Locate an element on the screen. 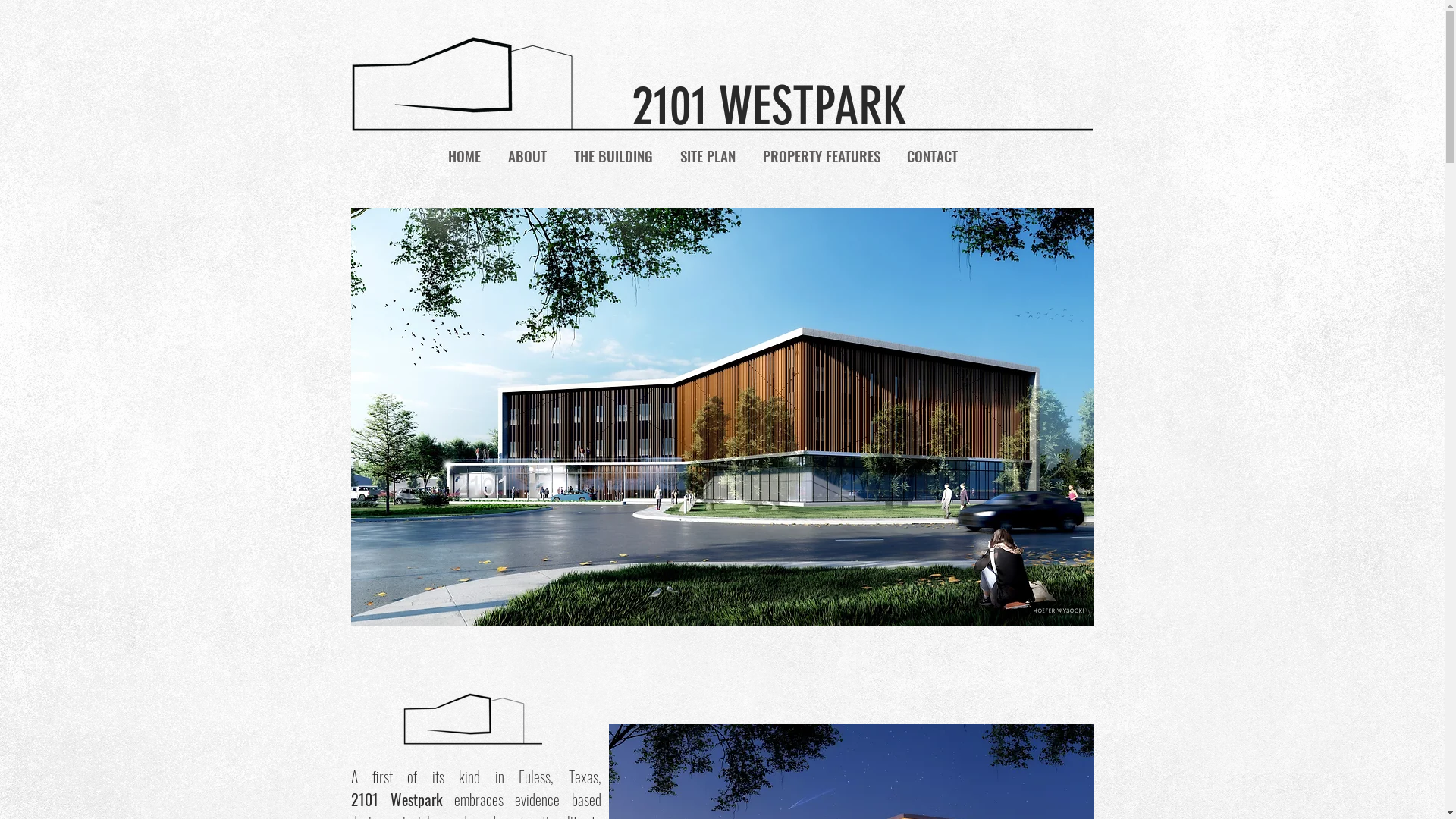  'PROPERTY FEATURES' is located at coordinates (821, 155).